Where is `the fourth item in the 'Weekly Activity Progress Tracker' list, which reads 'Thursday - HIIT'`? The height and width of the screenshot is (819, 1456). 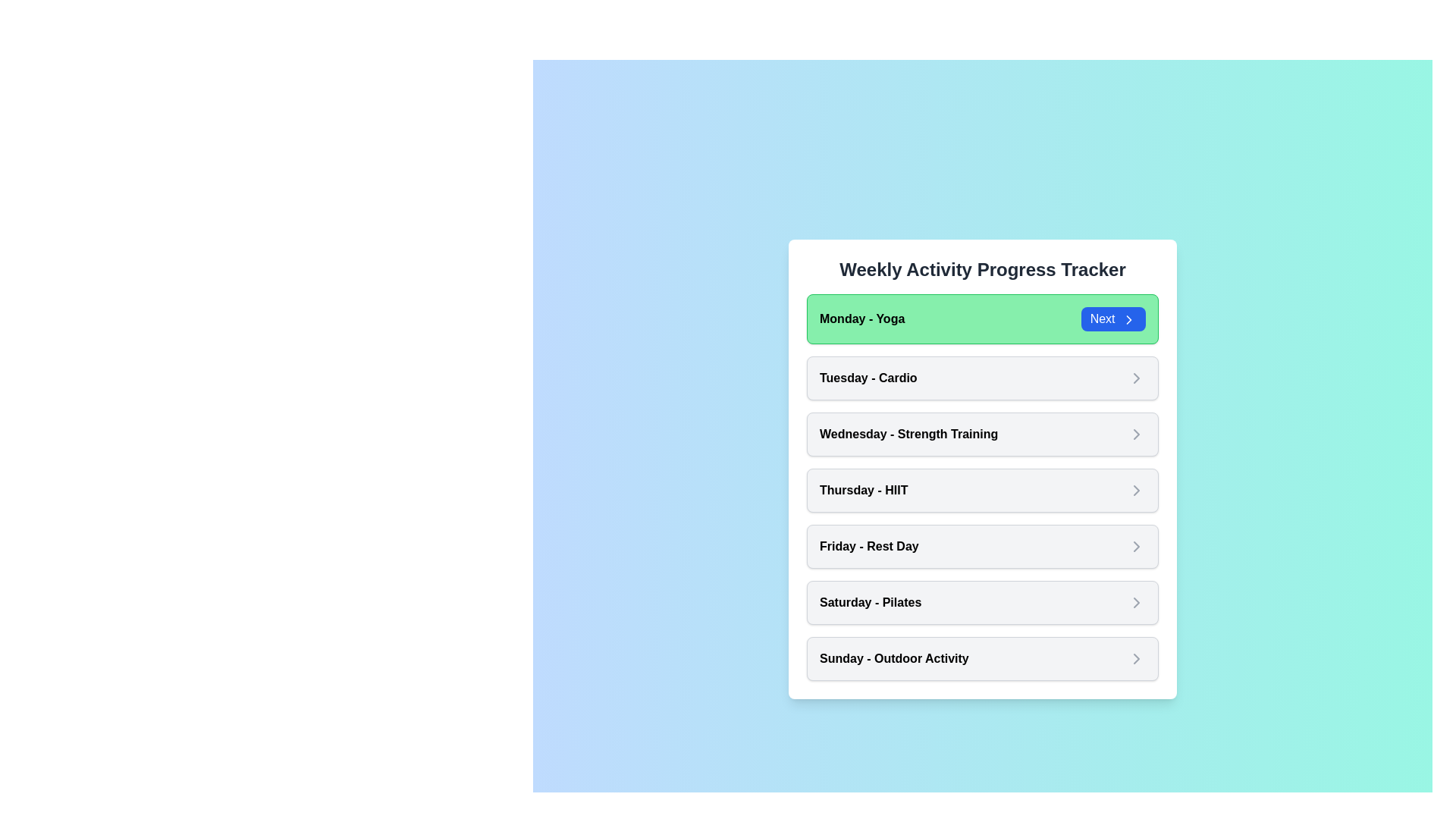
the fourth item in the 'Weekly Activity Progress Tracker' list, which reads 'Thursday - HIIT' is located at coordinates (983, 491).